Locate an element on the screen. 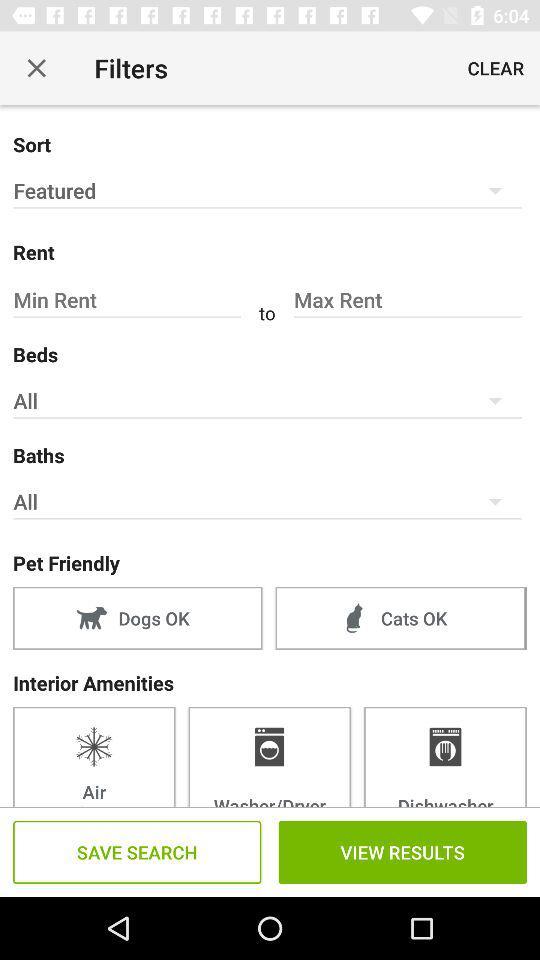  item to the left of cats ok is located at coordinates (136, 617).